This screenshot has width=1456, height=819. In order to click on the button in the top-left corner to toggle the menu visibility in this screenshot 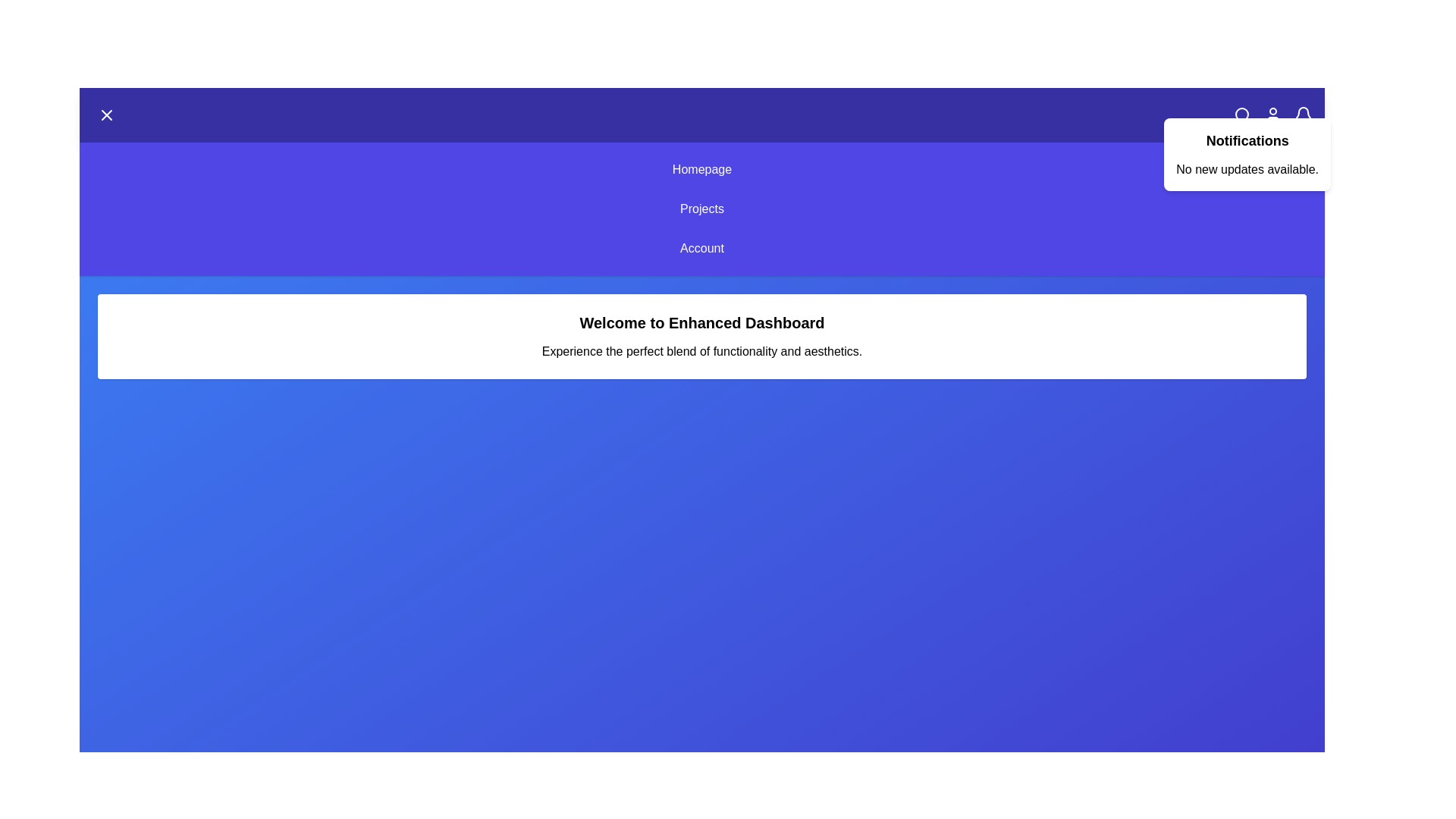, I will do `click(105, 114)`.